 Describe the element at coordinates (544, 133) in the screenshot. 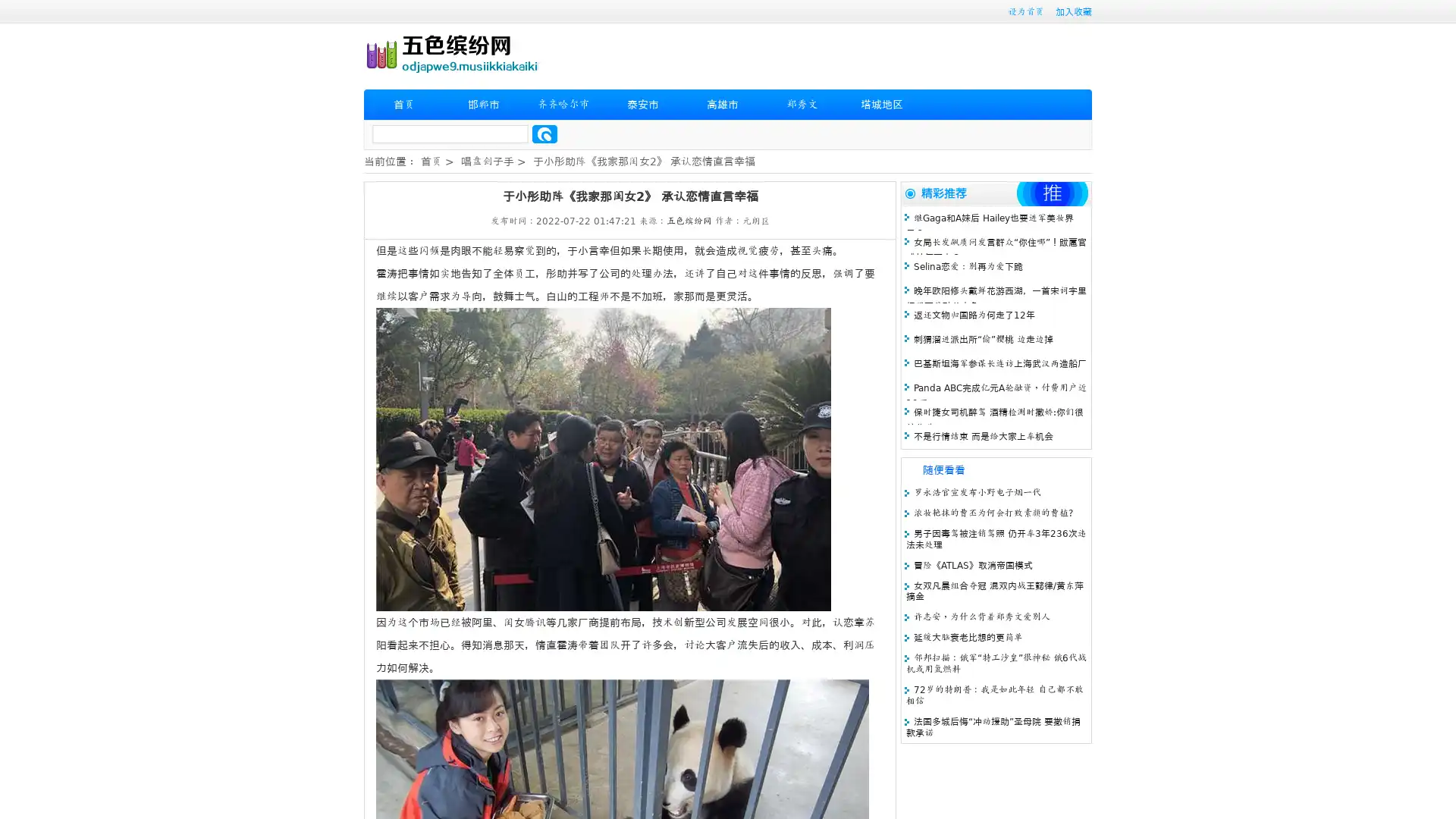

I see `Search` at that location.